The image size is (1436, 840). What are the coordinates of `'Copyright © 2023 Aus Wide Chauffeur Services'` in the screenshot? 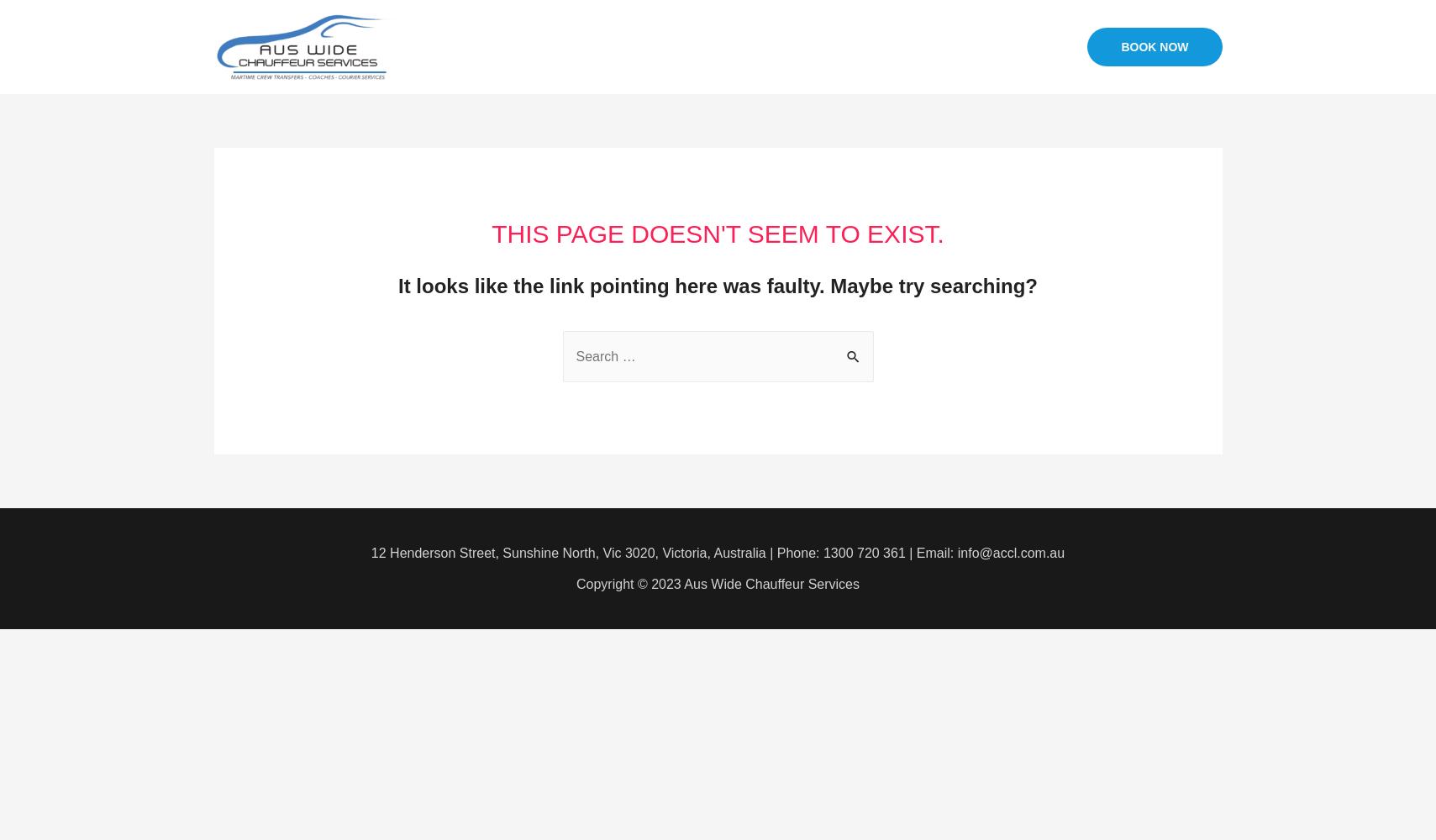 It's located at (717, 583).